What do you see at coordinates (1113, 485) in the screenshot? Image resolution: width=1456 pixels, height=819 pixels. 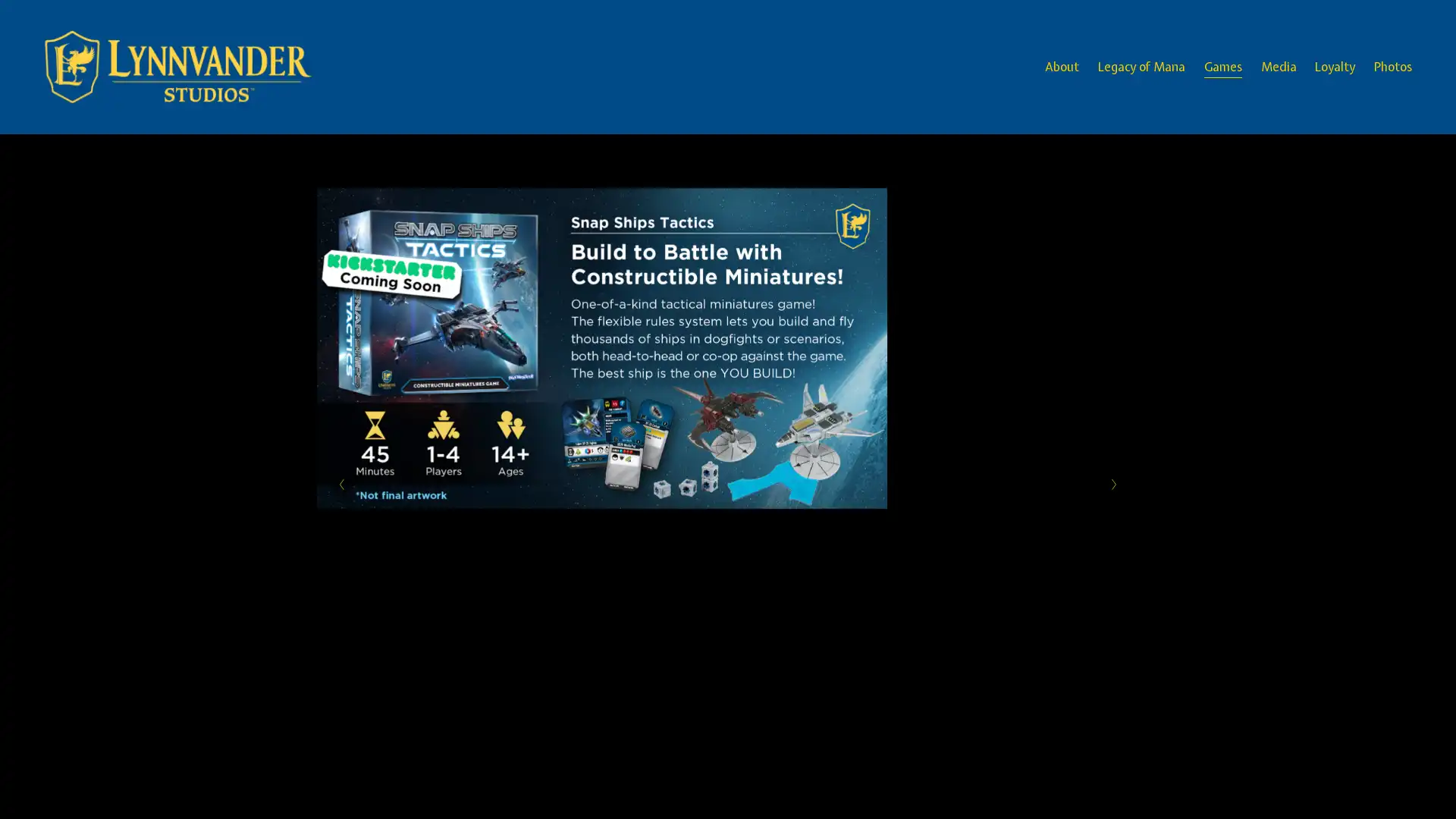 I see `Next Slide` at bounding box center [1113, 485].